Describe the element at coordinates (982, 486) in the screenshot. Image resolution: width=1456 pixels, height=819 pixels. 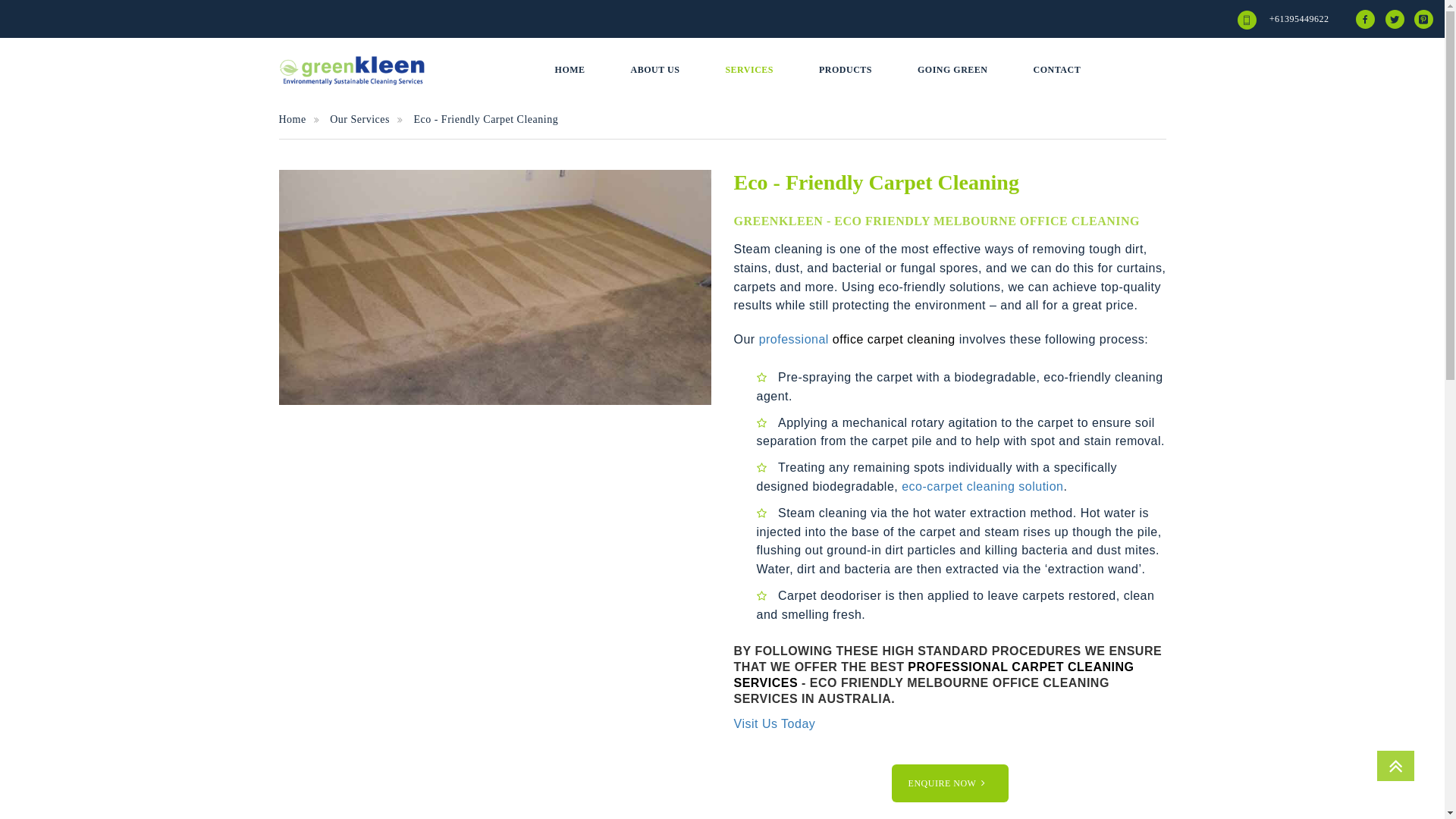
I see `'eco-carpet cleaning solution'` at that location.